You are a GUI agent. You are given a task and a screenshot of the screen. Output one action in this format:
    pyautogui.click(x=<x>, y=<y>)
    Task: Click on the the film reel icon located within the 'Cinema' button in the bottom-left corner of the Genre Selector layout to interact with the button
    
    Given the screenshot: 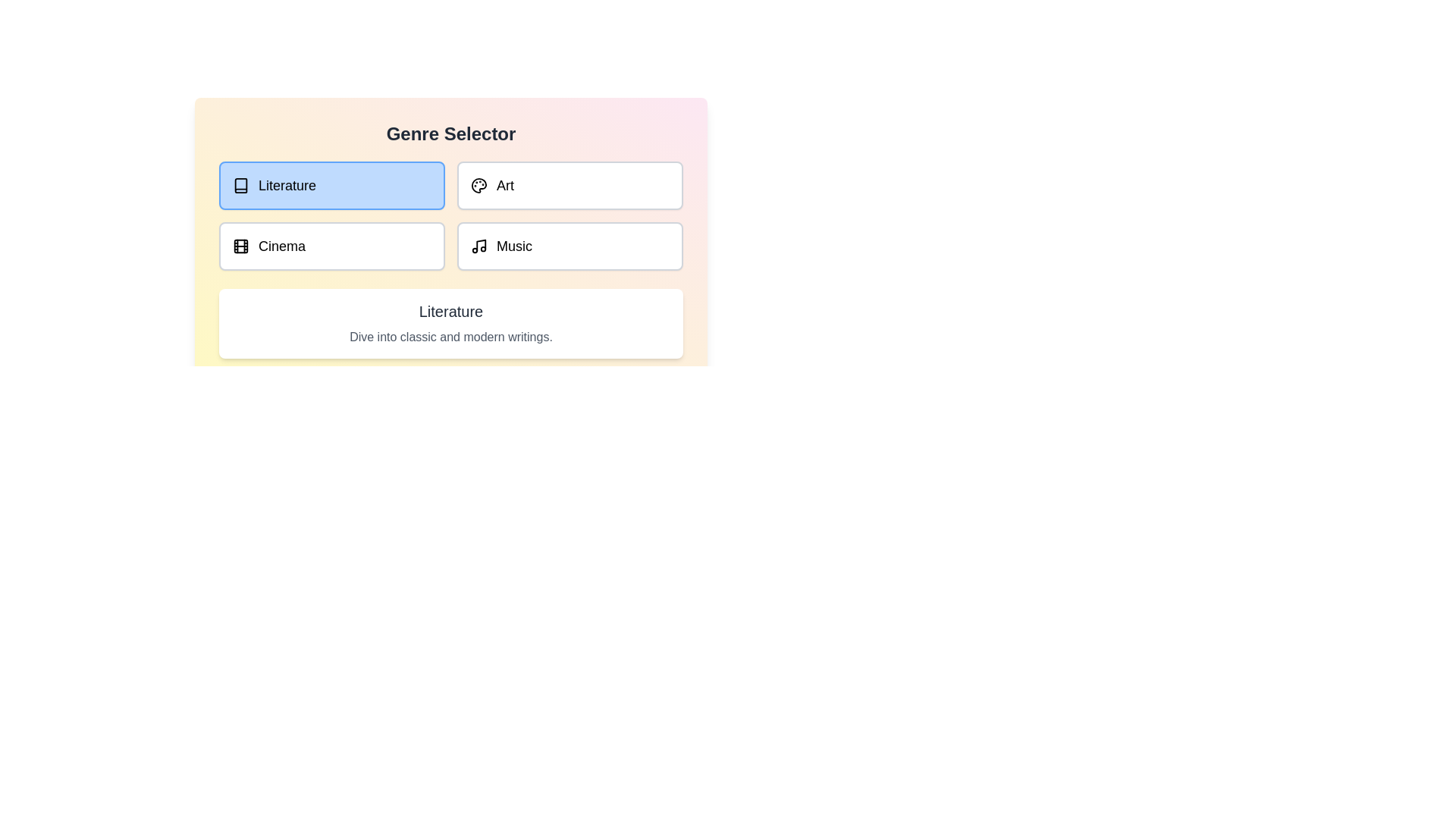 What is the action you would take?
    pyautogui.click(x=240, y=245)
    